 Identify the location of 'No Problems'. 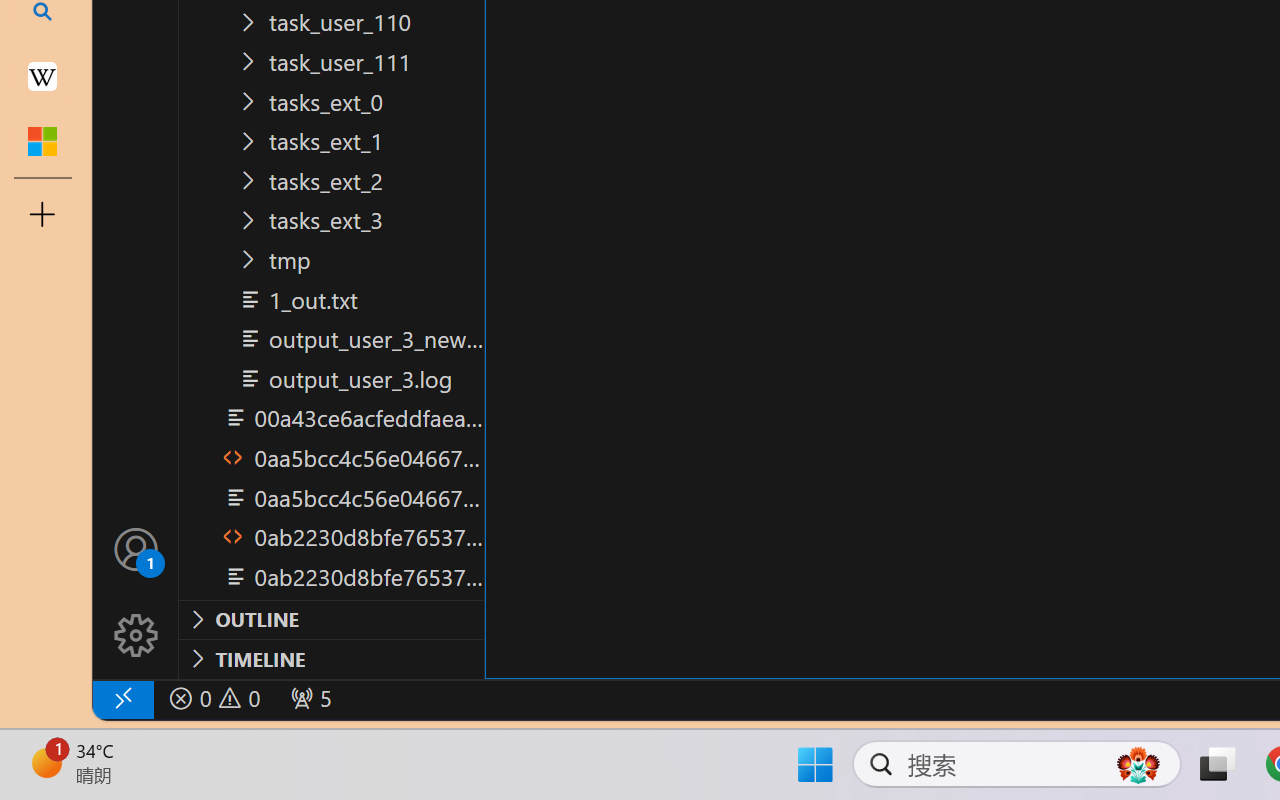
(213, 698).